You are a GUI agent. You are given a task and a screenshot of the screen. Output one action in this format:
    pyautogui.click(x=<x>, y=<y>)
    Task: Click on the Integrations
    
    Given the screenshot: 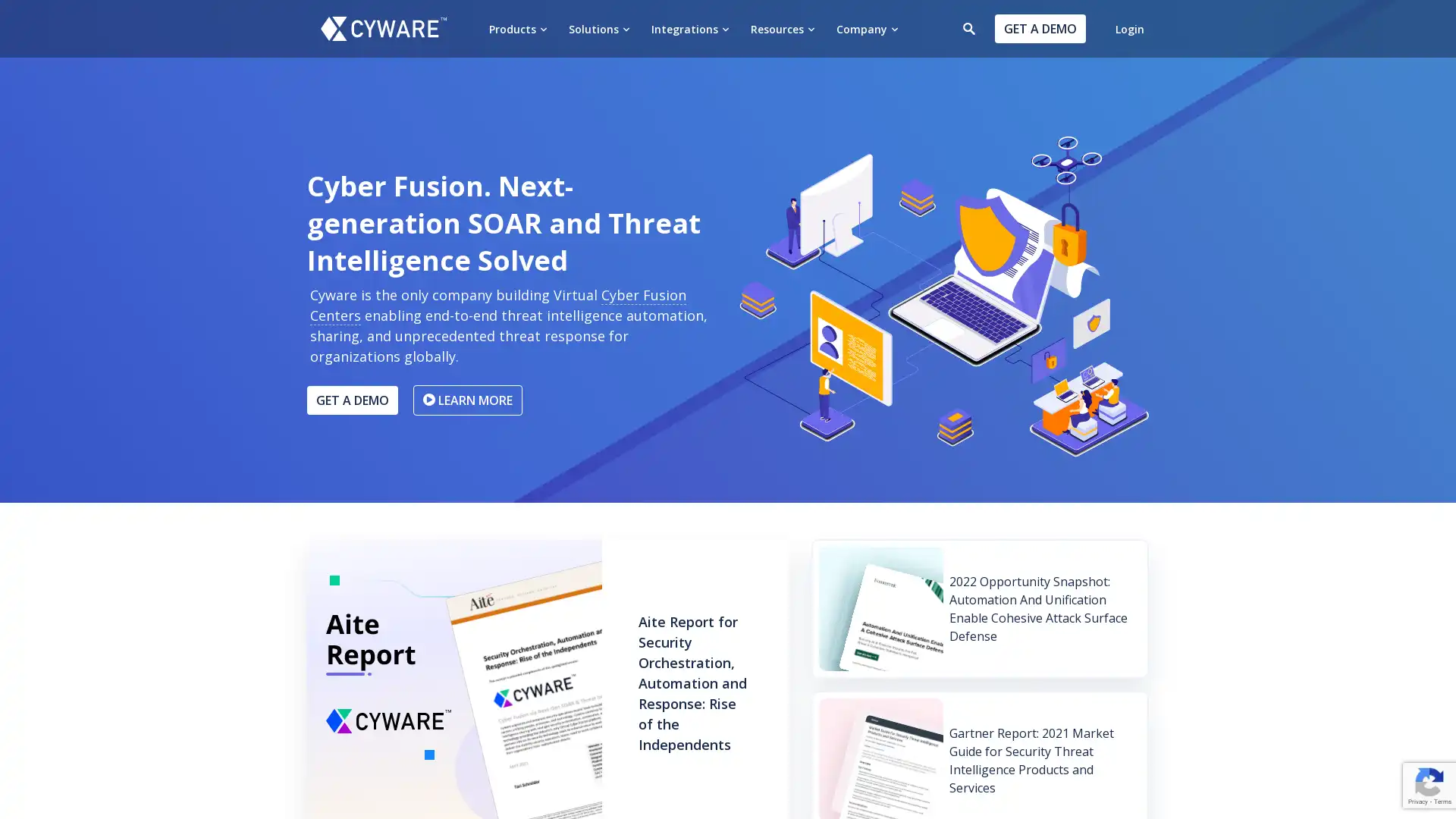 What is the action you would take?
    pyautogui.click(x=689, y=28)
    